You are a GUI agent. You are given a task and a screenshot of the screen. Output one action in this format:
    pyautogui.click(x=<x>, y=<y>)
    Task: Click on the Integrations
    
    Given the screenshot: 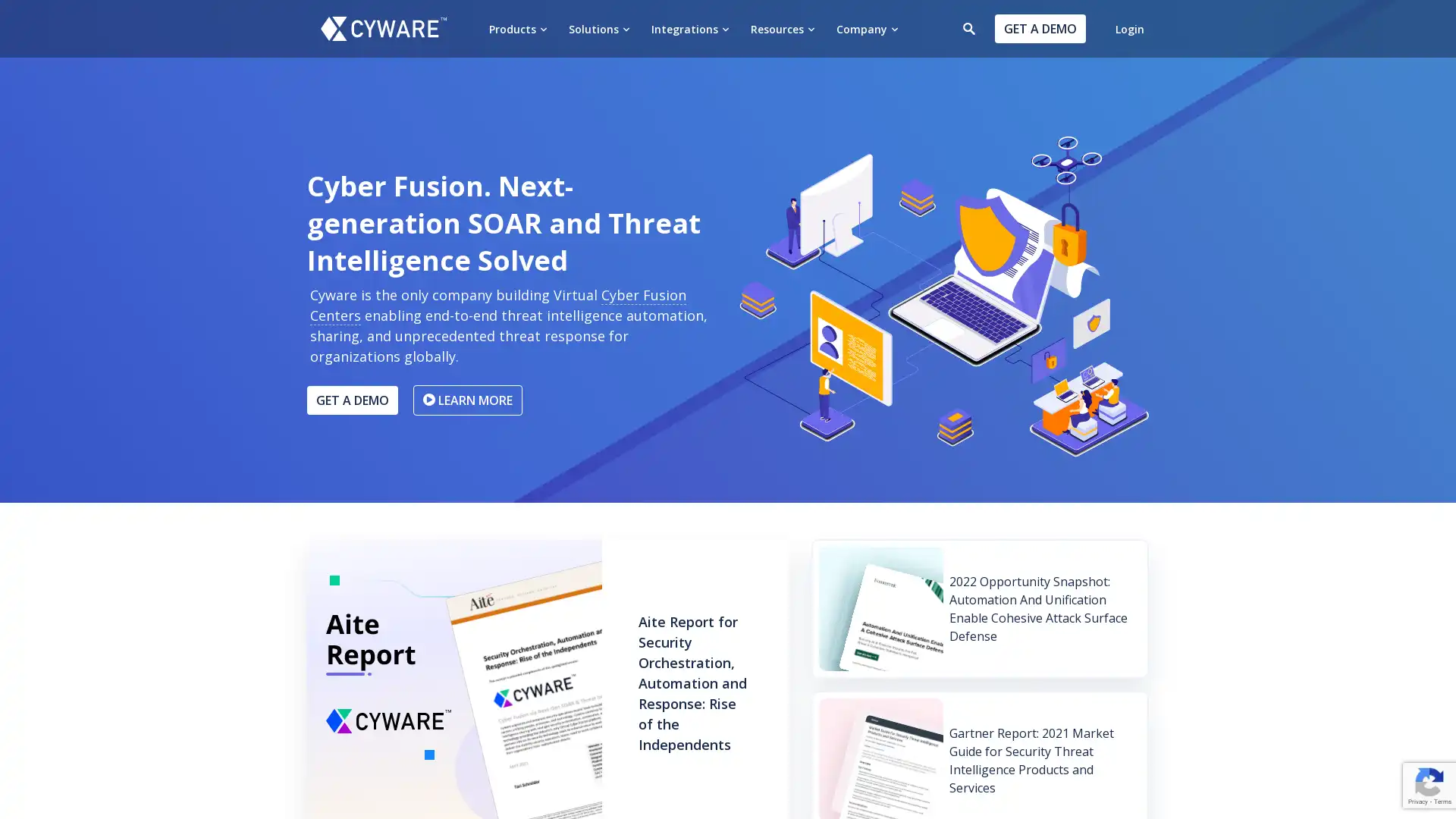 What is the action you would take?
    pyautogui.click(x=689, y=28)
    